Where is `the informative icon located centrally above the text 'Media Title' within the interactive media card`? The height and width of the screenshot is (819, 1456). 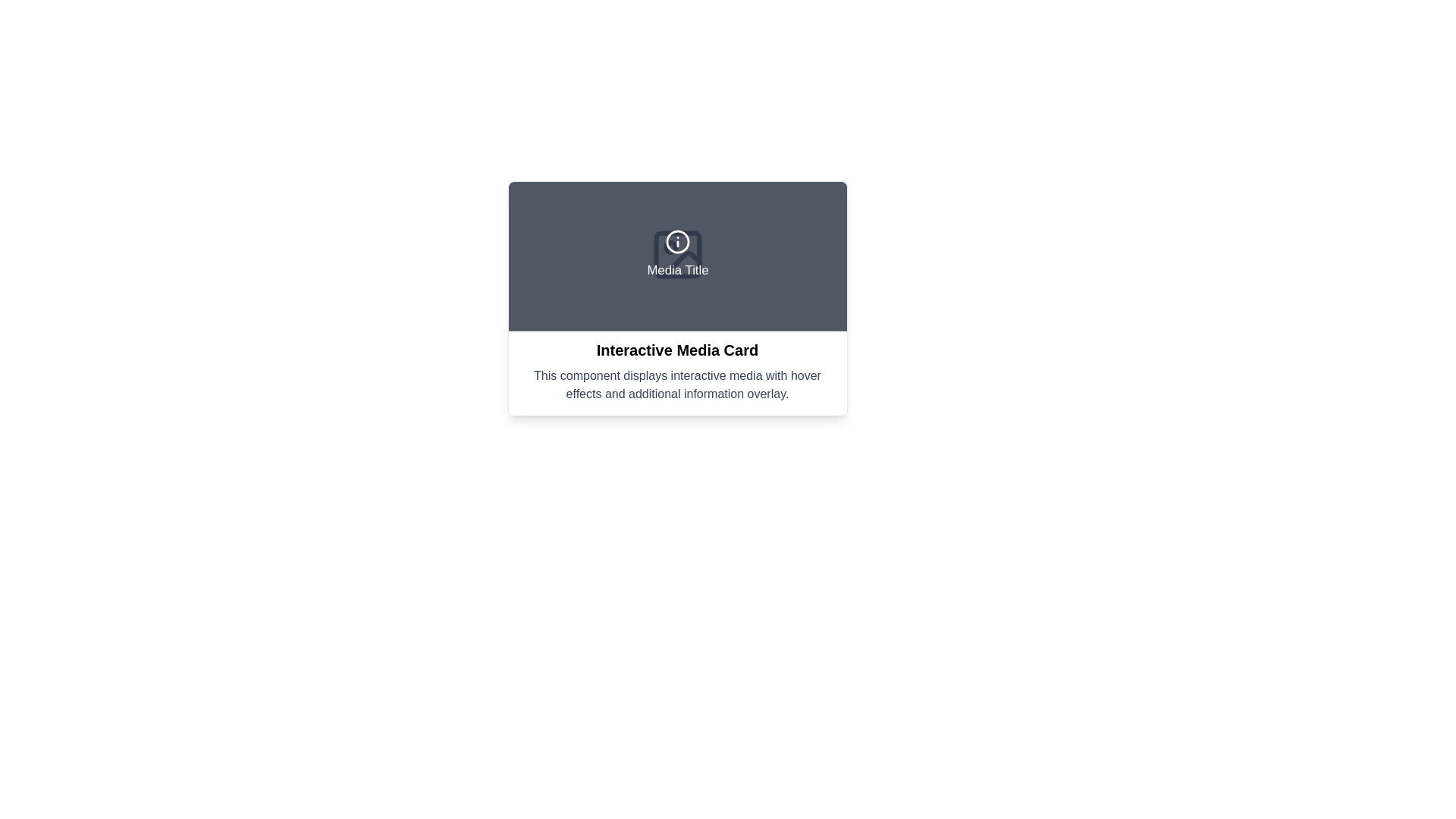
the informative icon located centrally above the text 'Media Title' within the interactive media card is located at coordinates (676, 241).